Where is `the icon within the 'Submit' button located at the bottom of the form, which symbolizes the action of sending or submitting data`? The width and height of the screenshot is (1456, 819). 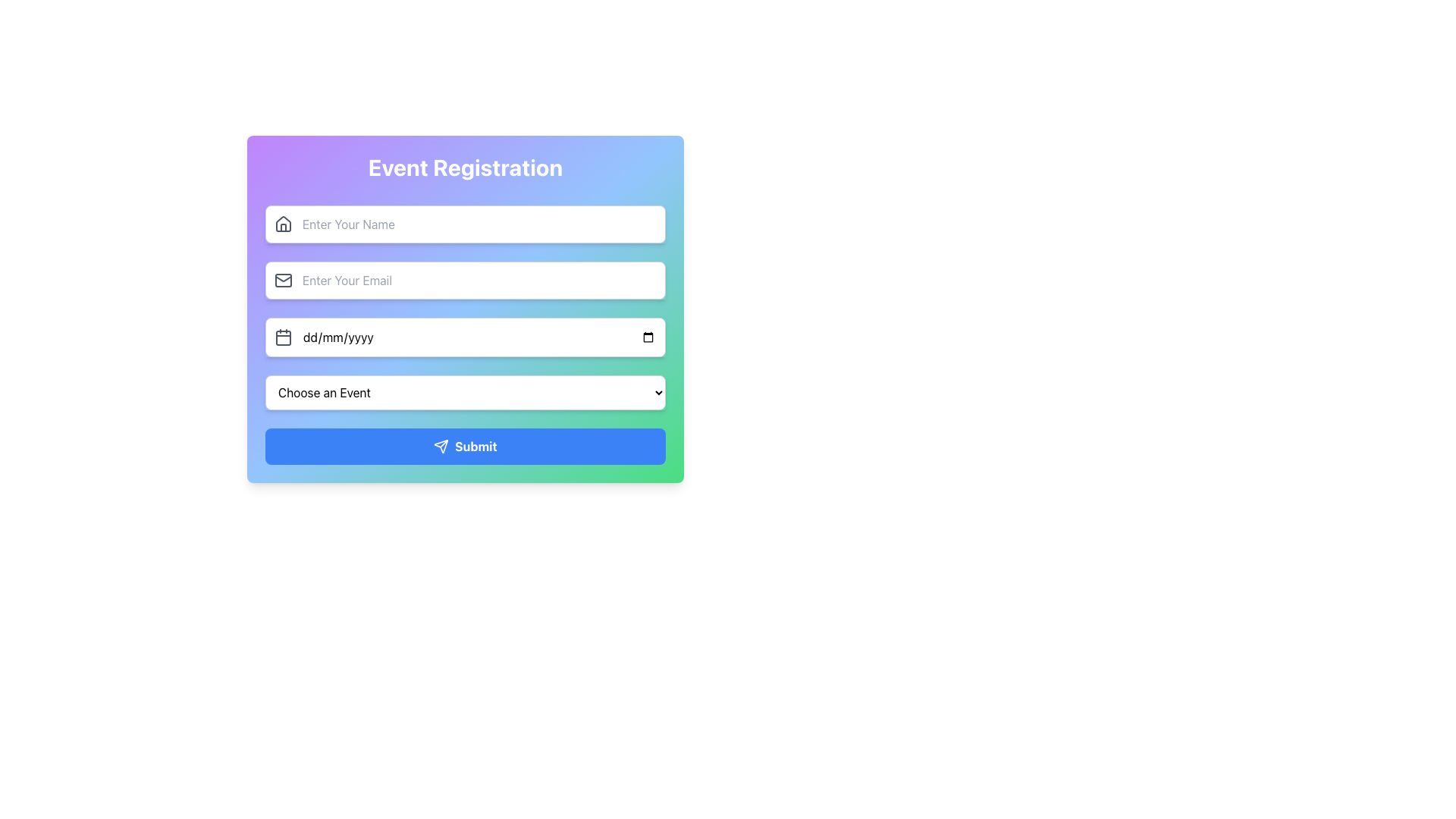
the icon within the 'Submit' button located at the bottom of the form, which symbolizes the action of sending or submitting data is located at coordinates (441, 446).